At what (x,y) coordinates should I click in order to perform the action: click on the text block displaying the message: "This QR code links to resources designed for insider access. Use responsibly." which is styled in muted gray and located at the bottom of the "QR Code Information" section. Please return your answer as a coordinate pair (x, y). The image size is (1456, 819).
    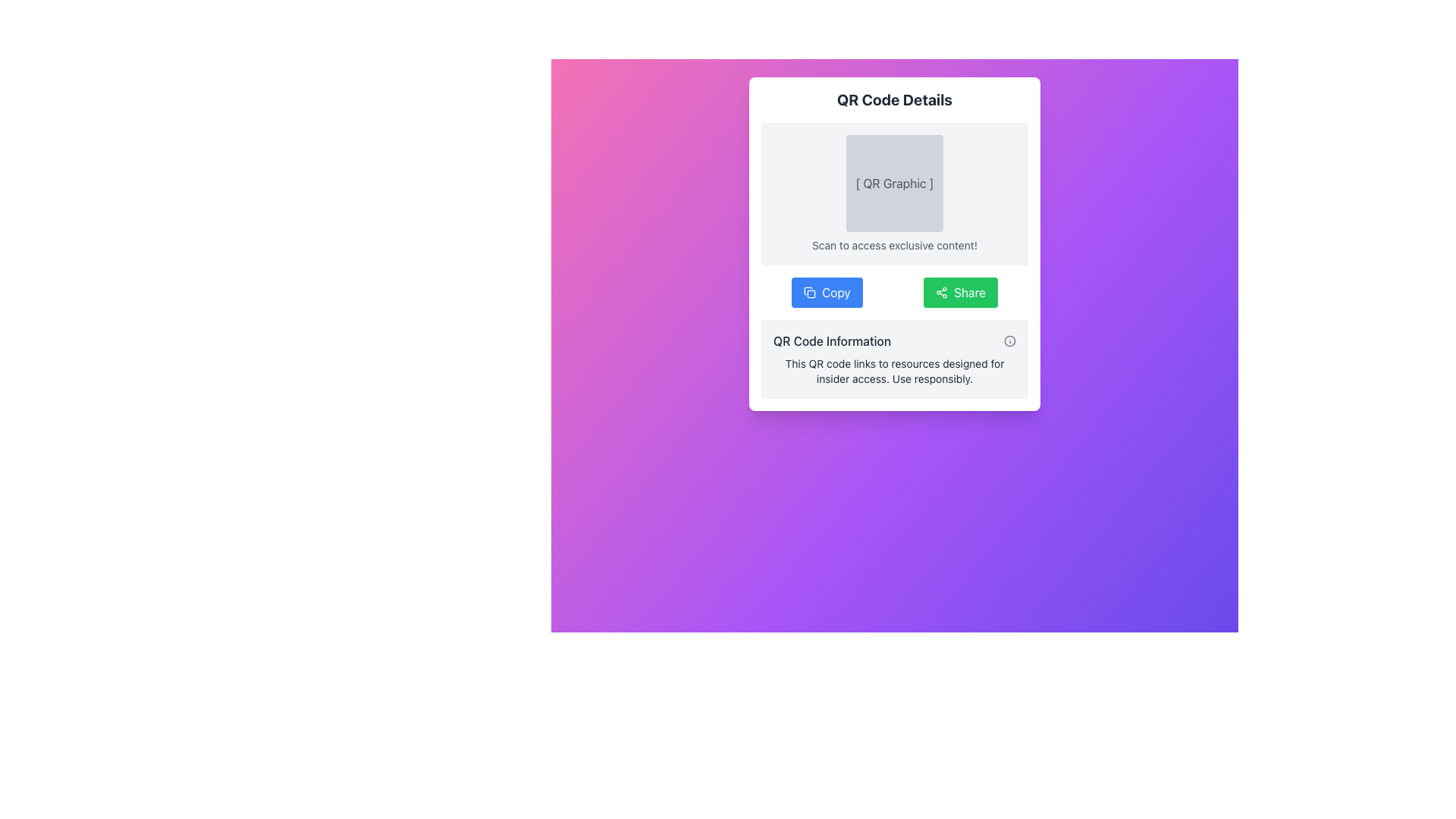
    Looking at the image, I should click on (895, 371).